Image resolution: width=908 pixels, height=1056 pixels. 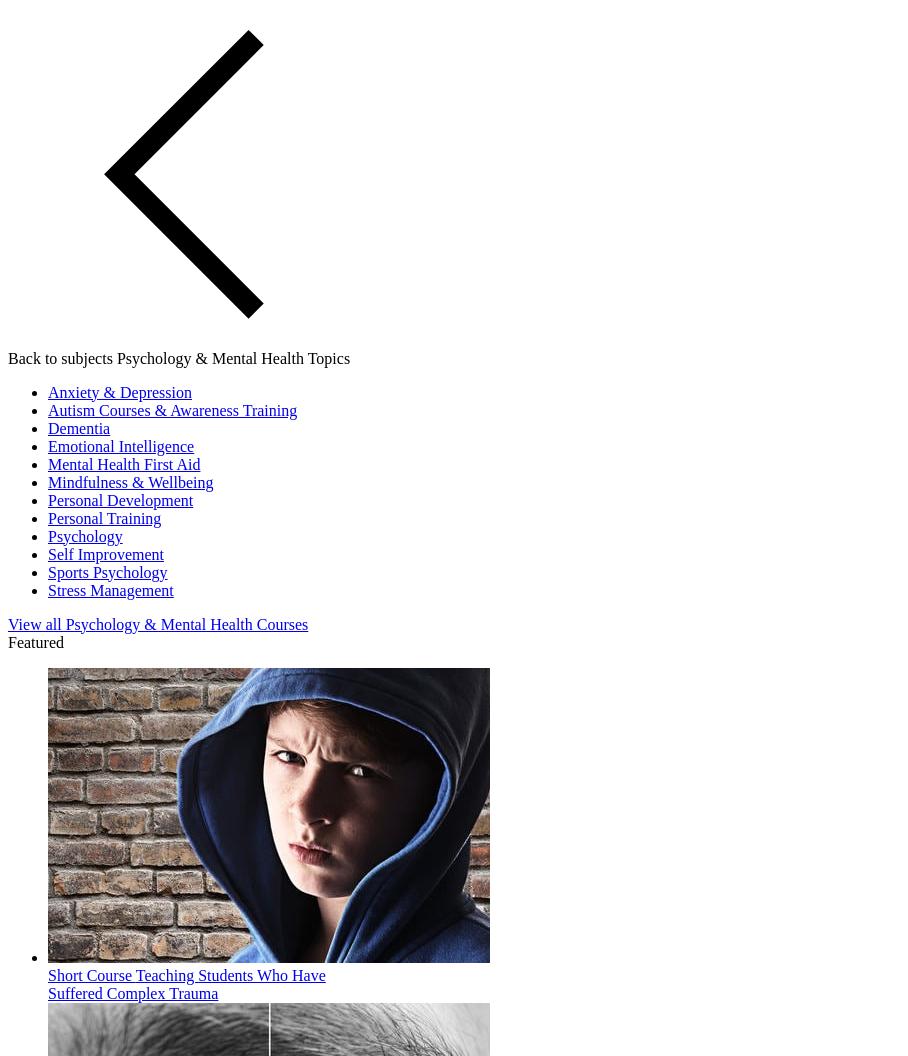 What do you see at coordinates (48, 571) in the screenshot?
I see `'Sports Psychology'` at bounding box center [48, 571].